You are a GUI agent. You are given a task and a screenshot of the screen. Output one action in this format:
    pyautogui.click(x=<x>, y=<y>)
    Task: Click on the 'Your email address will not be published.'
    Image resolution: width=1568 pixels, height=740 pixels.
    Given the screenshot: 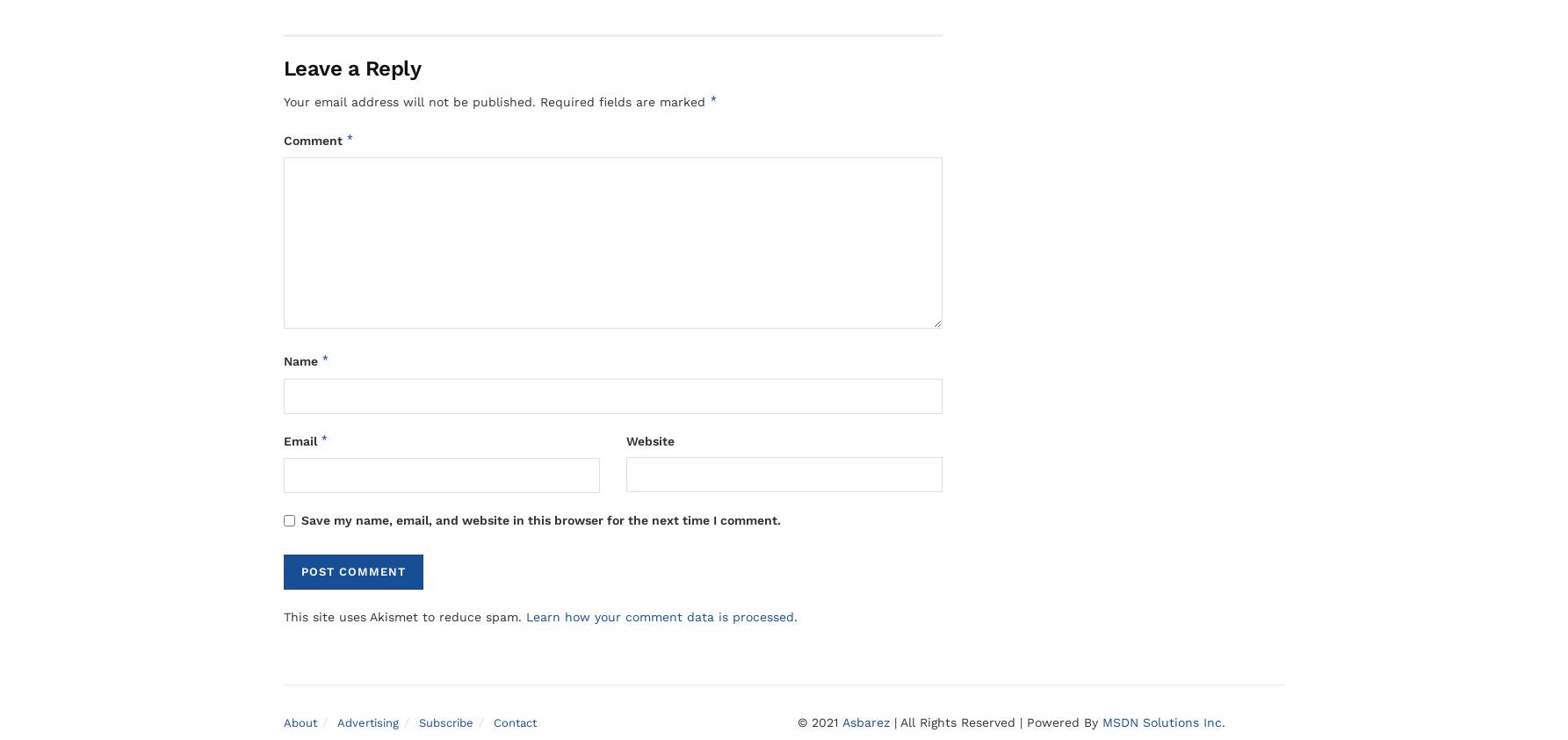 What is the action you would take?
    pyautogui.click(x=408, y=101)
    